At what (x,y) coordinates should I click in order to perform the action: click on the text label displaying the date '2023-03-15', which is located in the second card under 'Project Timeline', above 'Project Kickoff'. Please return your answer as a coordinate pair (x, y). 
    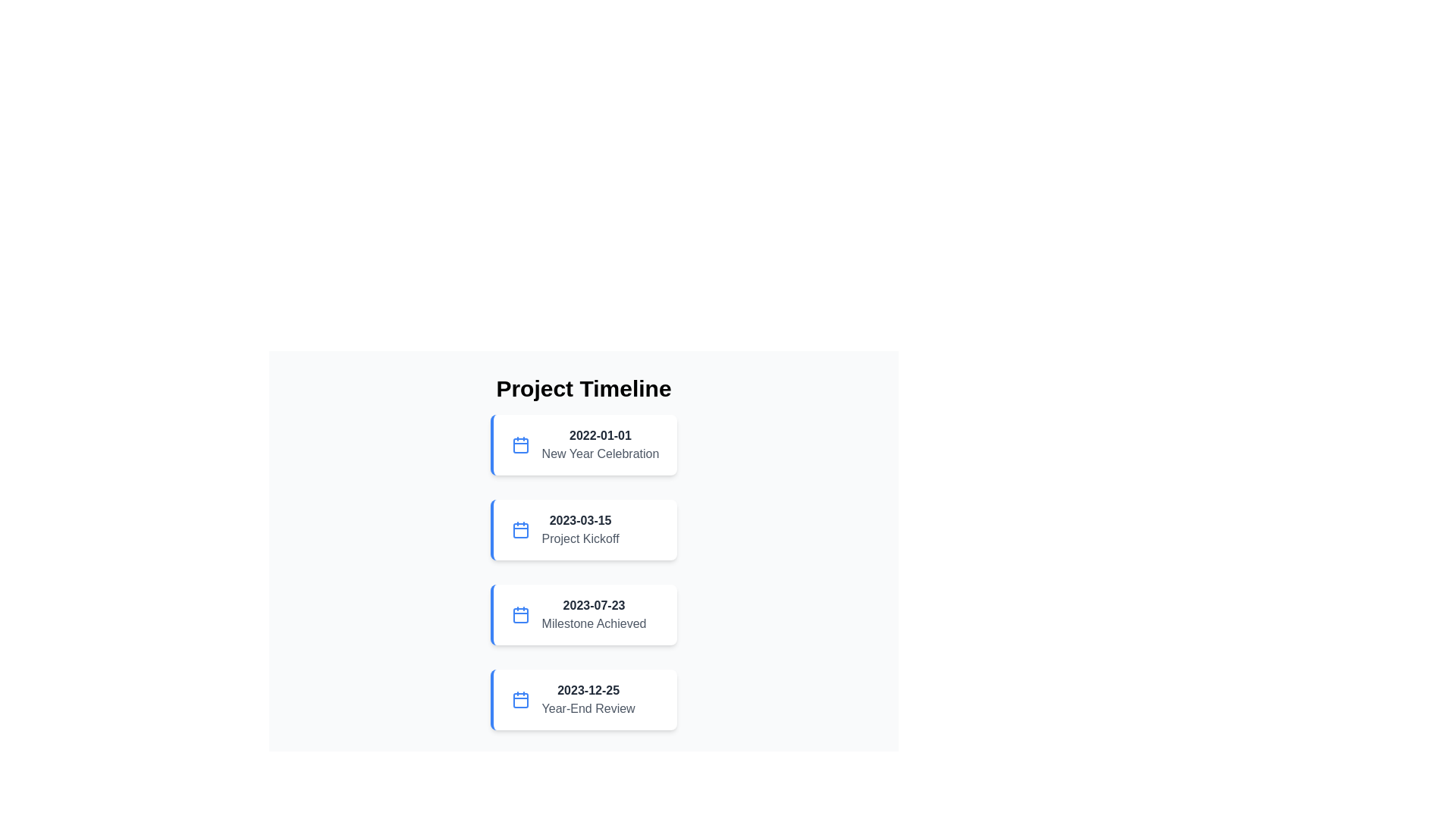
    Looking at the image, I should click on (579, 519).